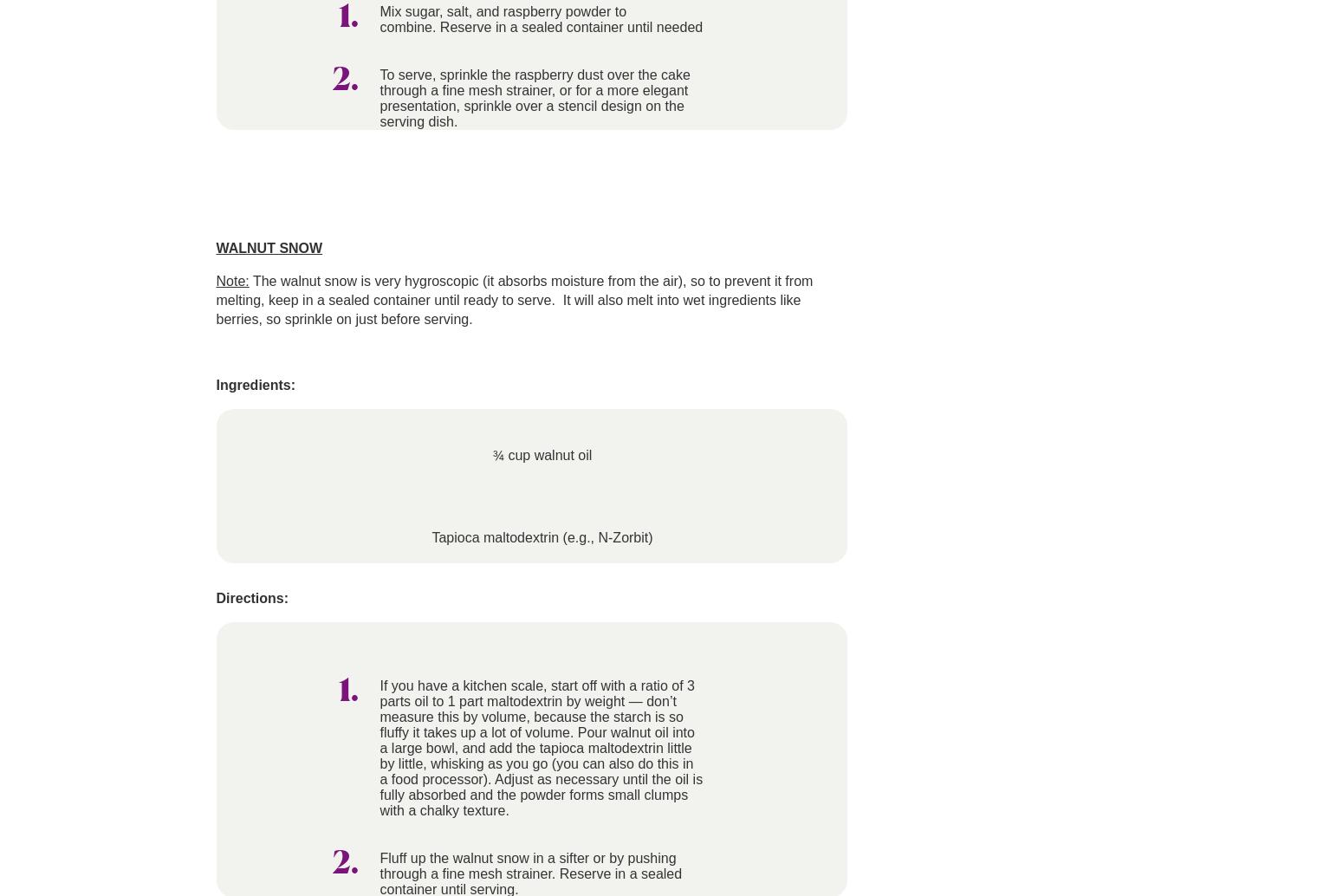  Describe the element at coordinates (231, 280) in the screenshot. I see `'Note:'` at that location.